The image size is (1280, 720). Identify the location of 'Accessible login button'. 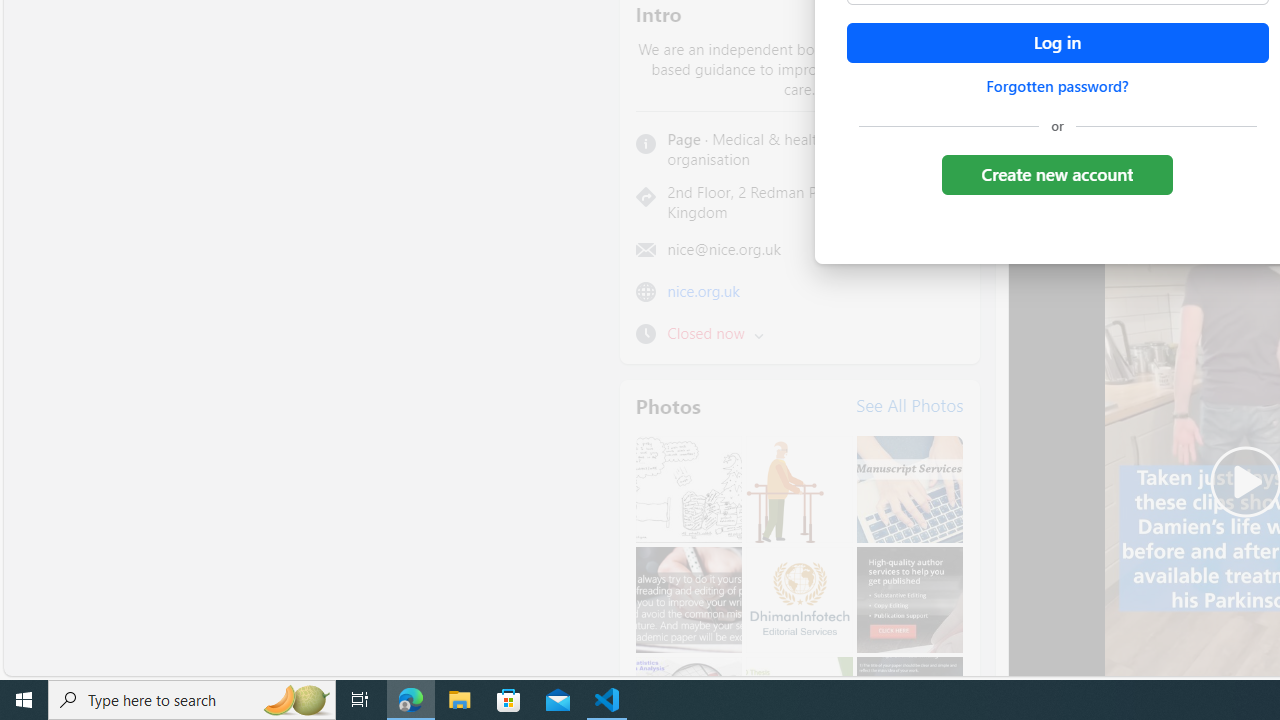
(1056, 43).